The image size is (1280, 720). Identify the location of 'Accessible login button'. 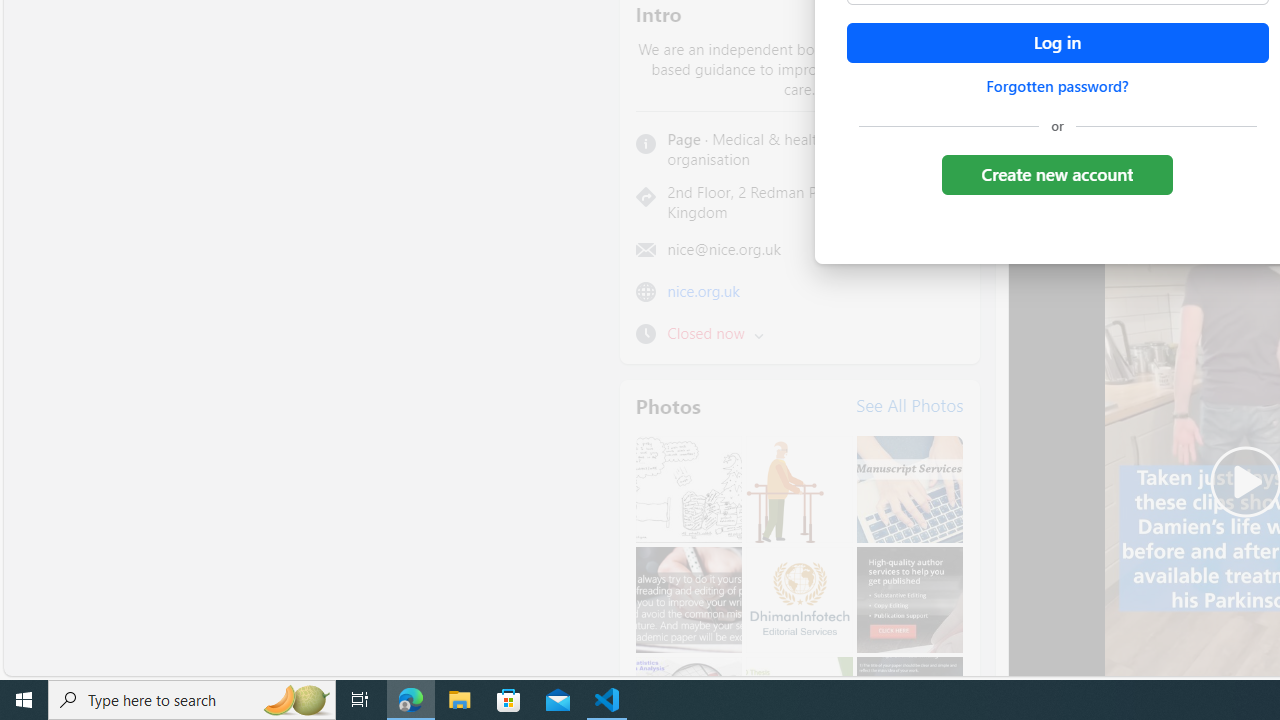
(1056, 43).